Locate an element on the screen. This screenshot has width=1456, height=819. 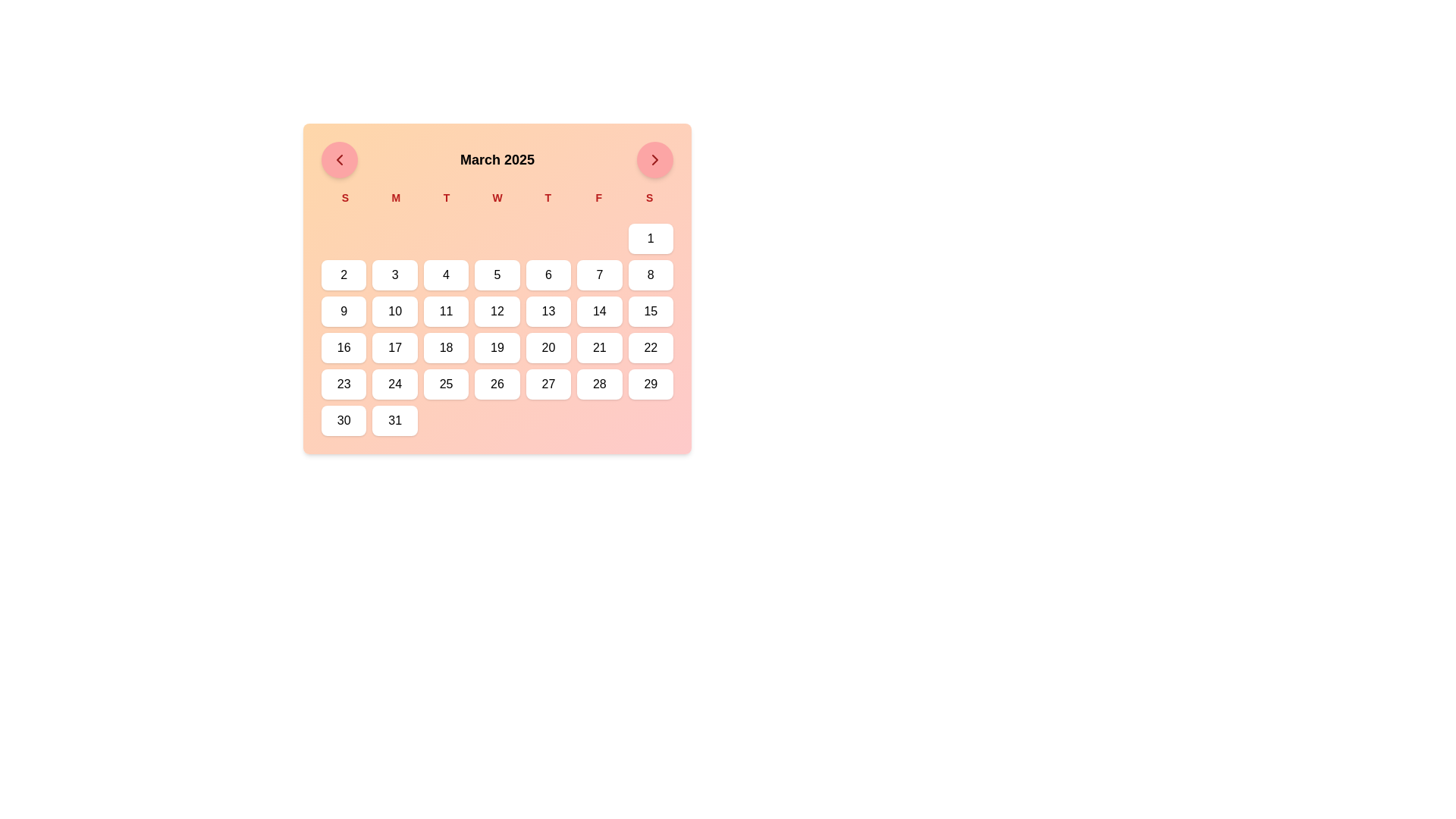
the text label for 'Friday' in the weekly calendar layout, which is located in the sixth position representing the day of the week is located at coordinates (598, 197).